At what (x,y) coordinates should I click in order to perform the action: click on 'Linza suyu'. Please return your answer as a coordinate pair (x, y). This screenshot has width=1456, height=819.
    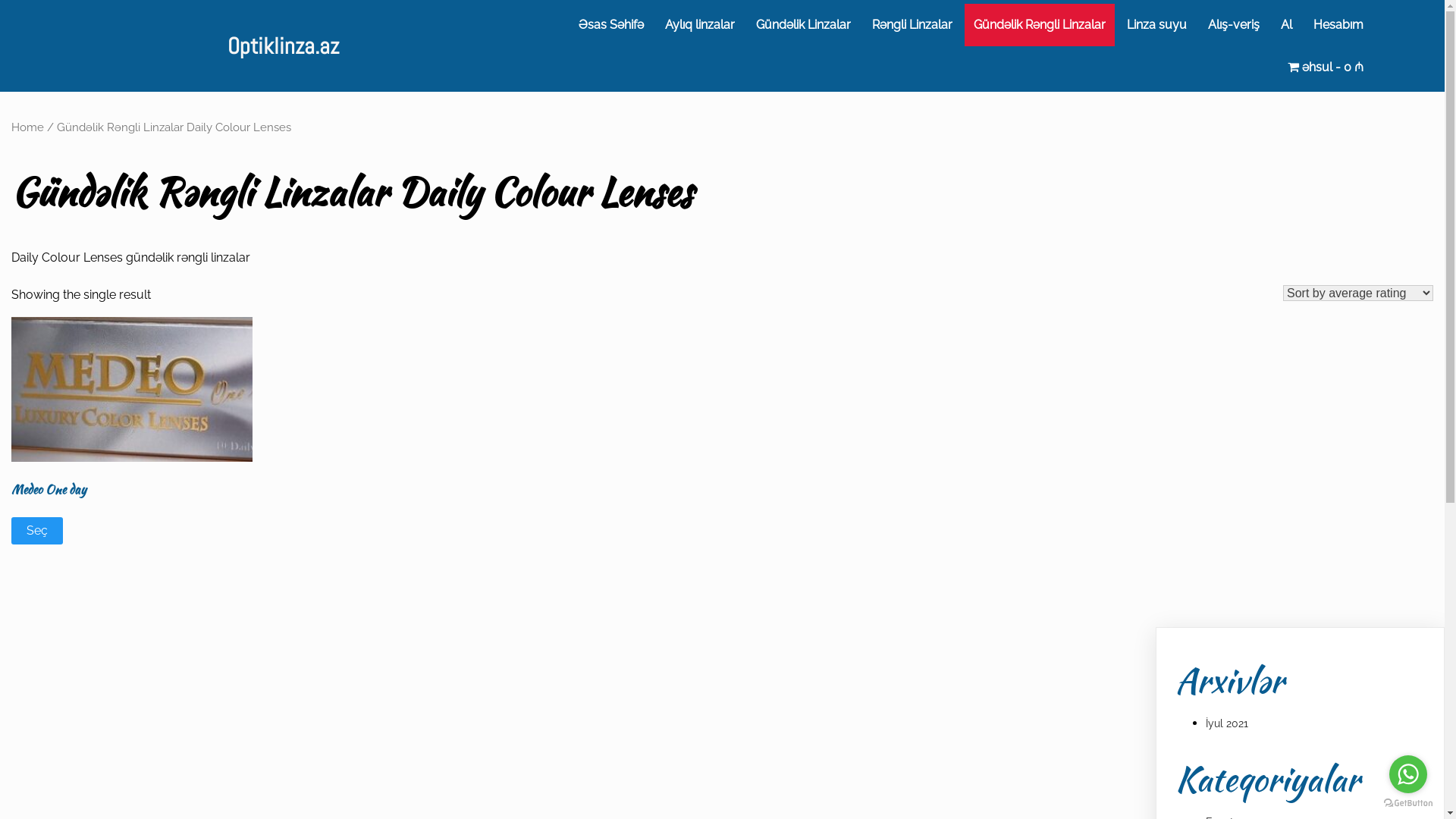
    Looking at the image, I should click on (1156, 25).